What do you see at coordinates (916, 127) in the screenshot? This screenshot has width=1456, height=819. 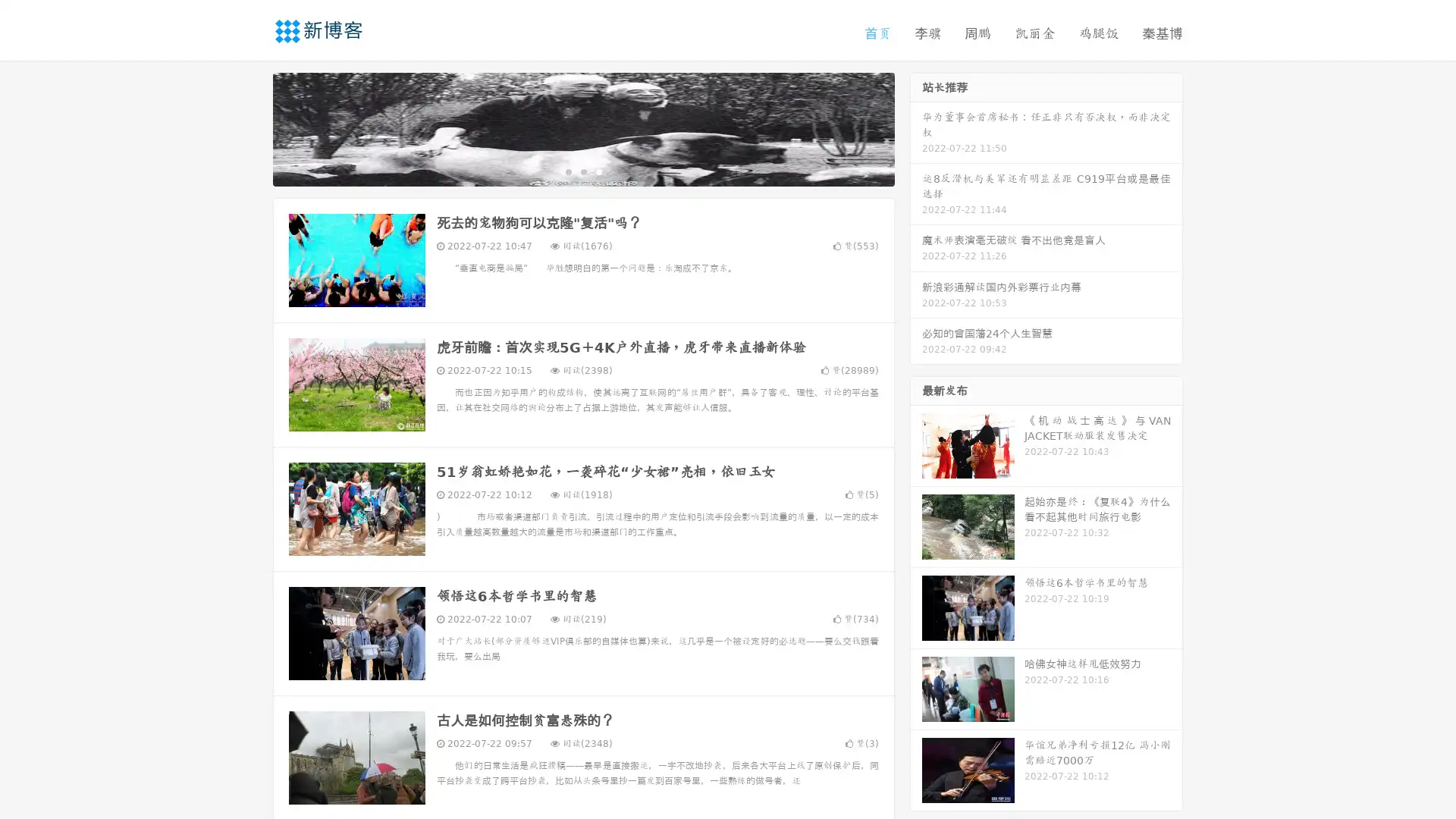 I see `Next slide` at bounding box center [916, 127].